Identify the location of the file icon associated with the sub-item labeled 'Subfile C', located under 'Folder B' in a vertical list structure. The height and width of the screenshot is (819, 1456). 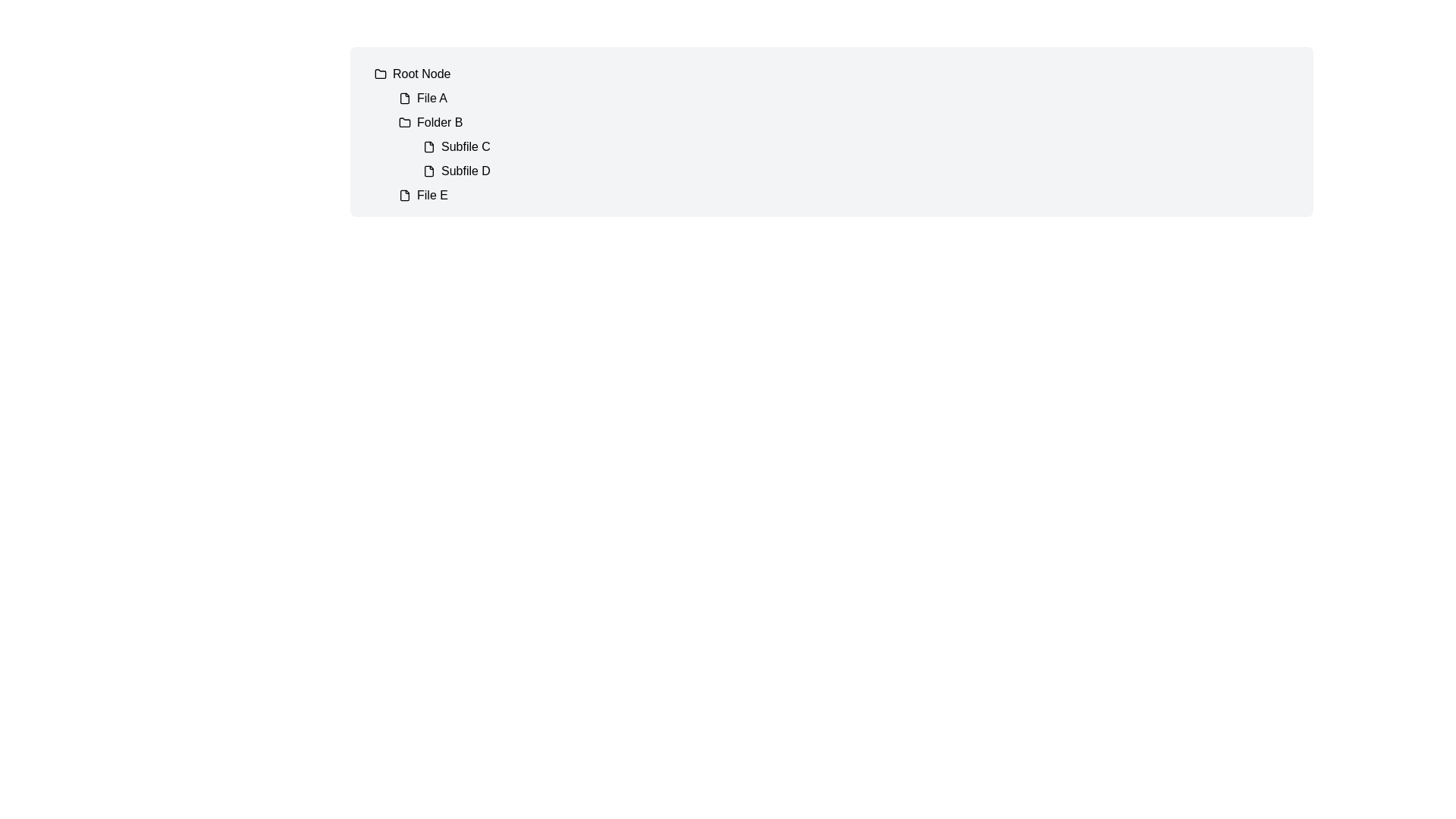
(428, 146).